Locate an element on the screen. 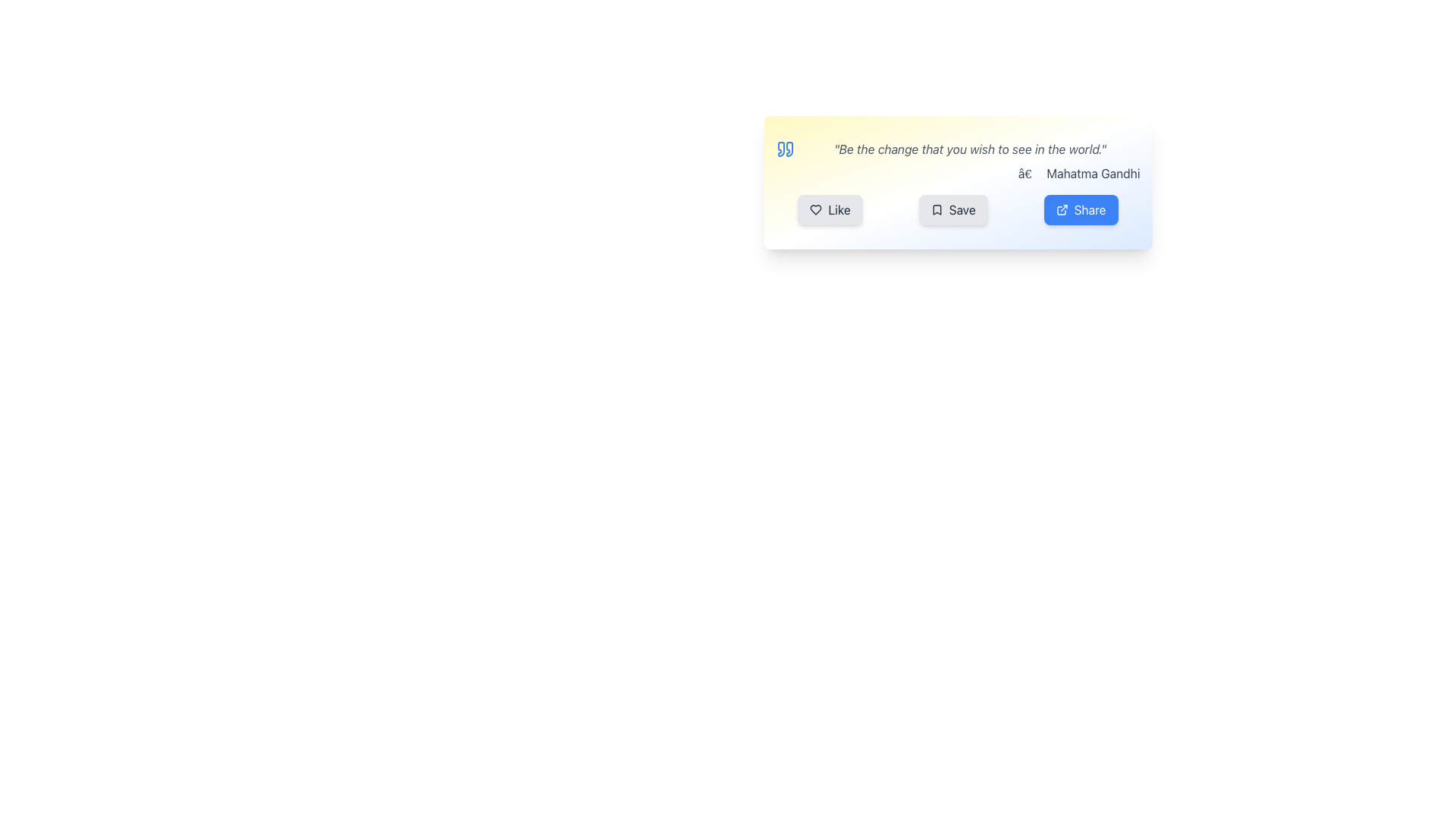 This screenshot has height=819, width=1456. the visual cues of the bookmark icon, which is styled with a dark stroke on a light background and is embedded within the 'Save' button is located at coordinates (936, 210).